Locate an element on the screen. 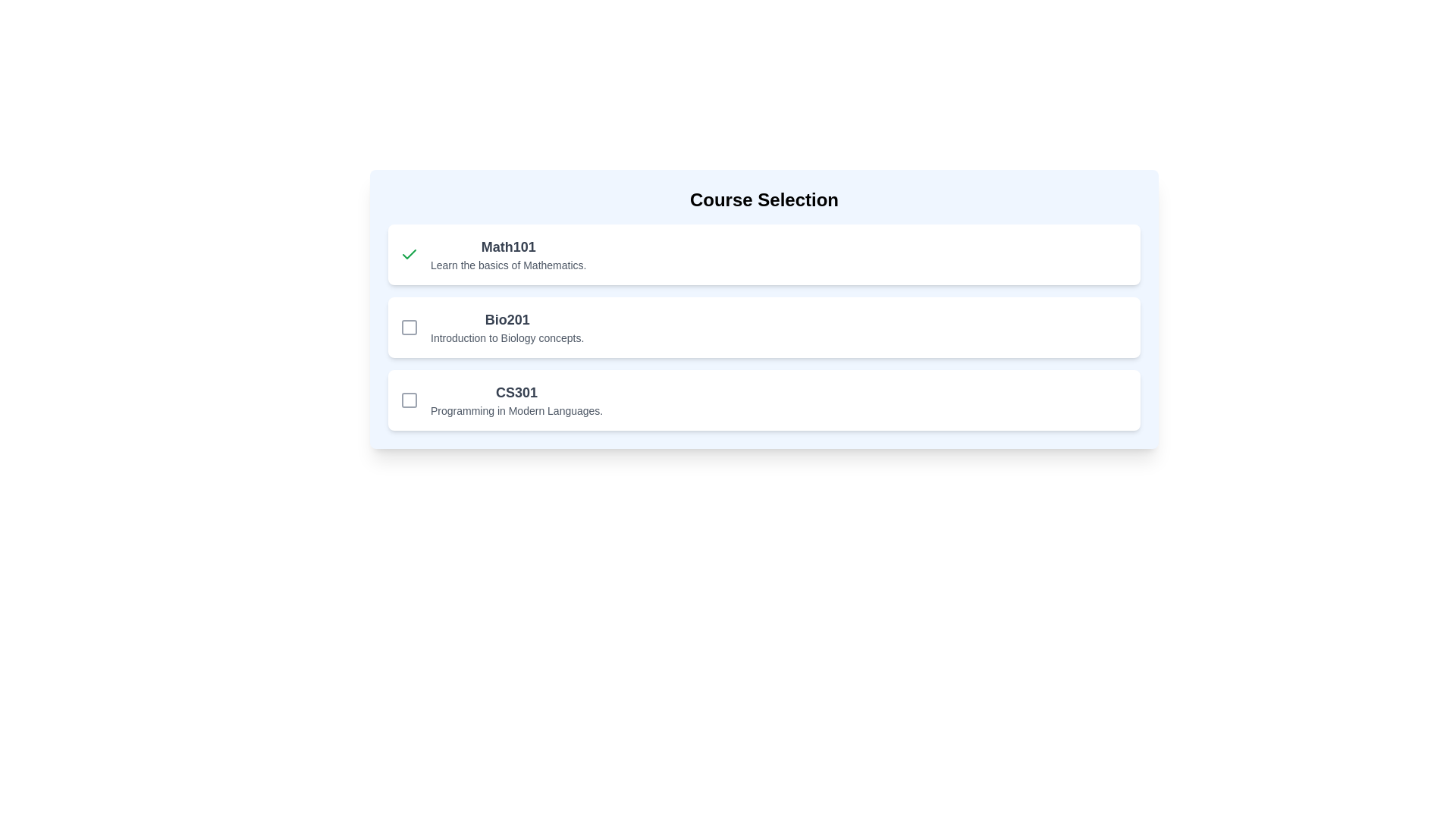 This screenshot has height=819, width=1456. the selectable list item labeled 'Bio201' is located at coordinates (764, 327).